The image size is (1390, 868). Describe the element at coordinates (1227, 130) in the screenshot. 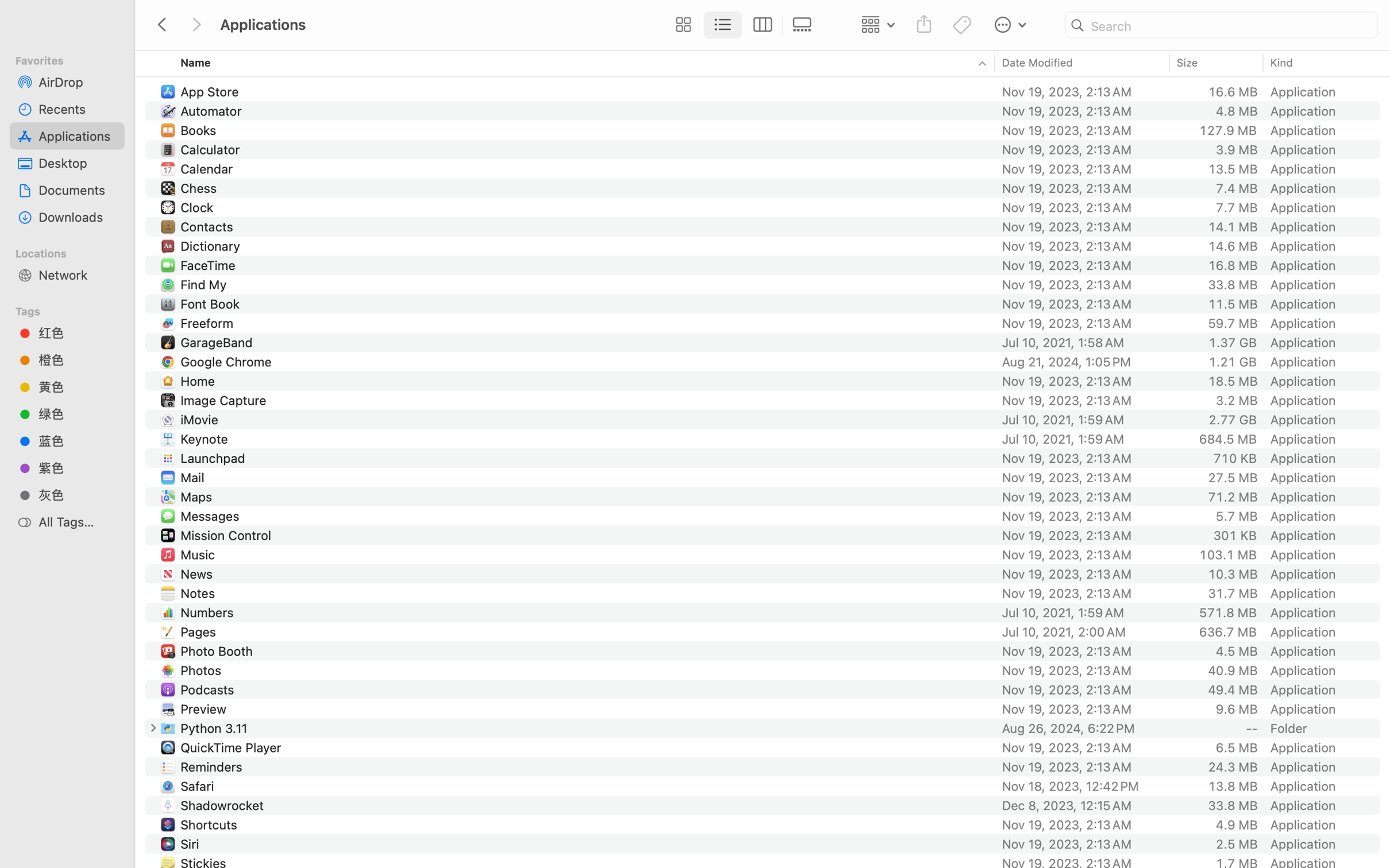

I see `'127.9 MB'` at that location.